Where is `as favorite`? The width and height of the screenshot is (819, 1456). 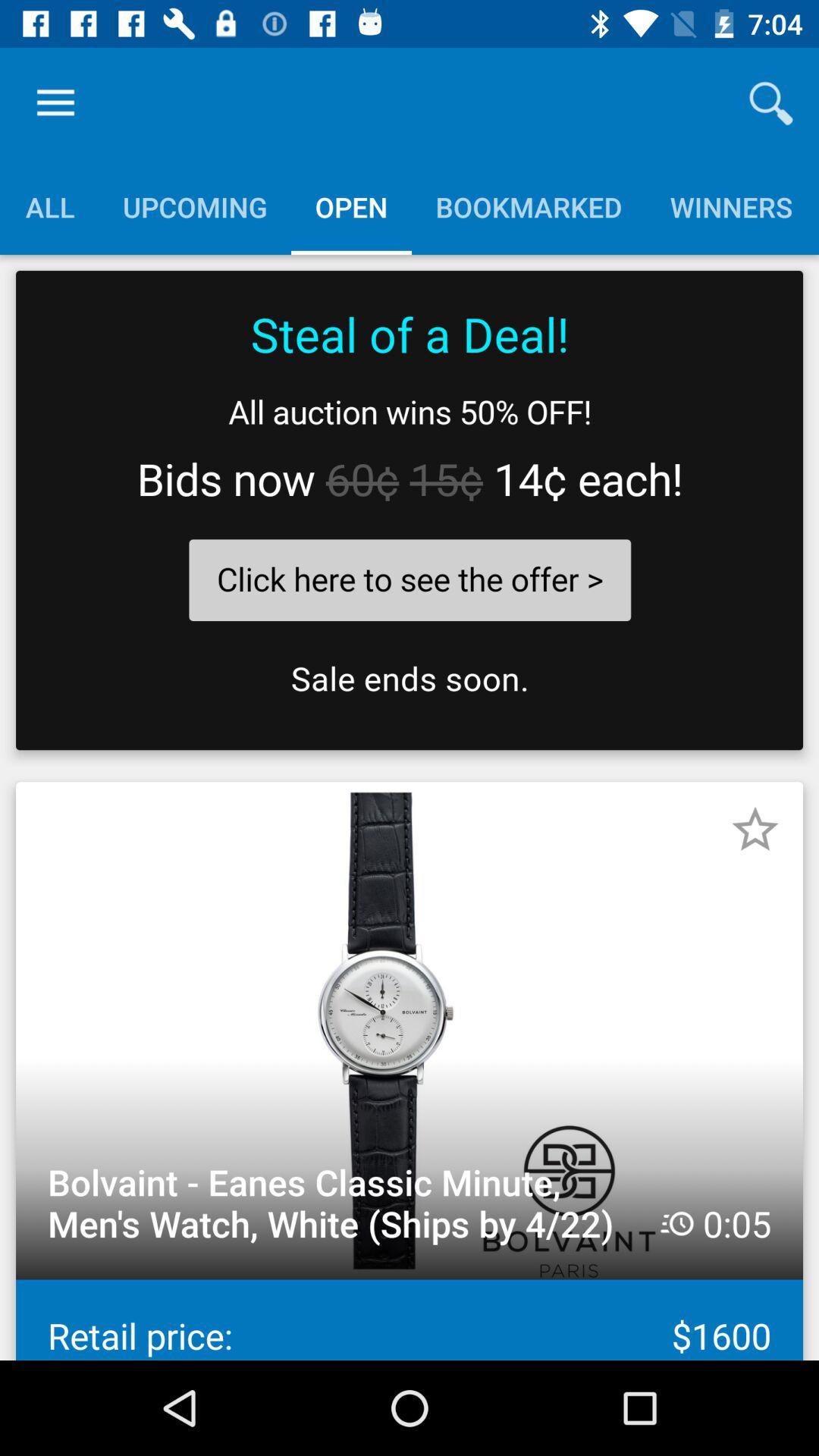
as favorite is located at coordinates (755, 829).